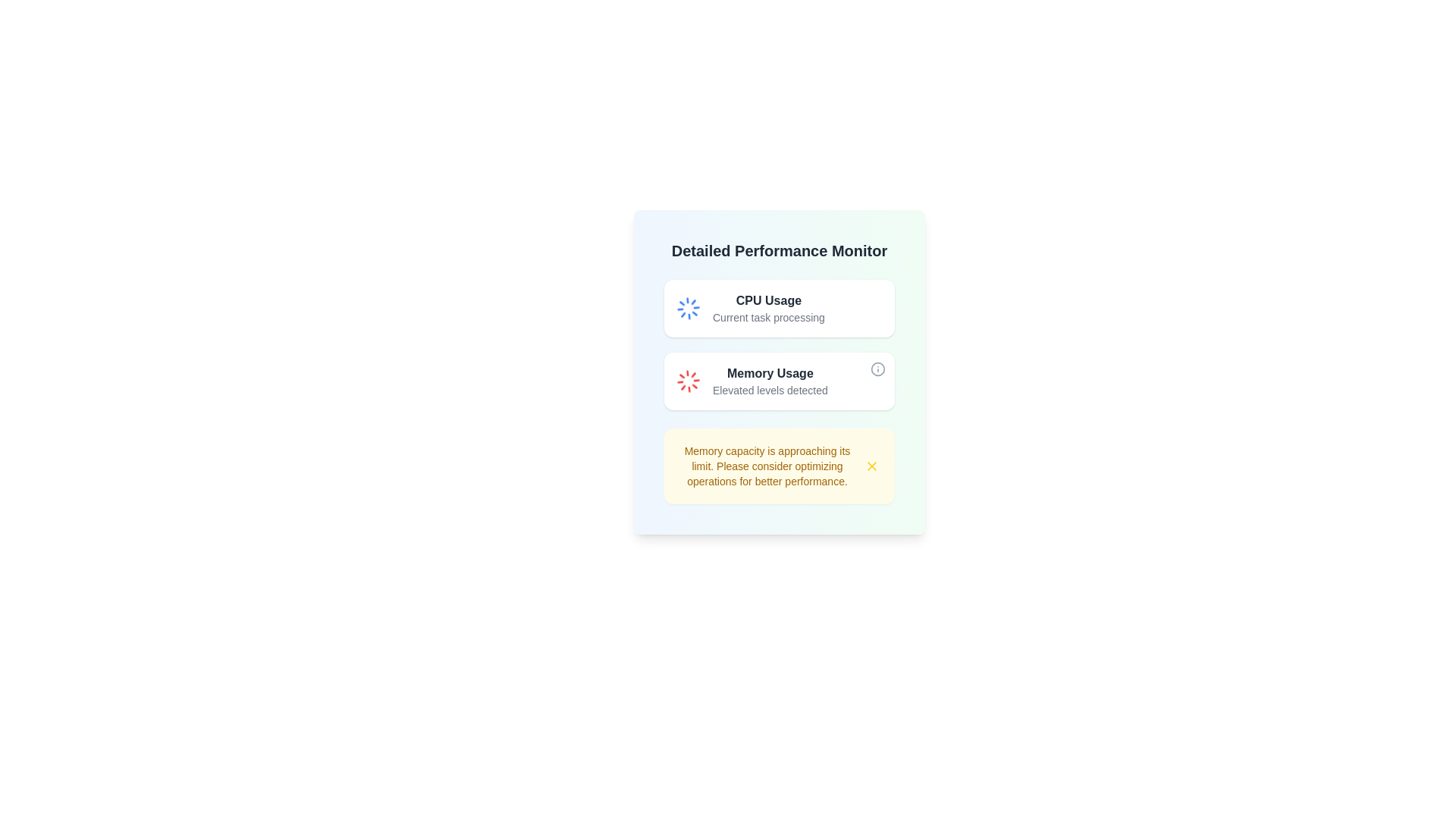  Describe the element at coordinates (770, 374) in the screenshot. I see `the bold text label reading 'Memory Usage', which is styled in a dark color and positioned above an alert box within a performance monitor module` at that location.